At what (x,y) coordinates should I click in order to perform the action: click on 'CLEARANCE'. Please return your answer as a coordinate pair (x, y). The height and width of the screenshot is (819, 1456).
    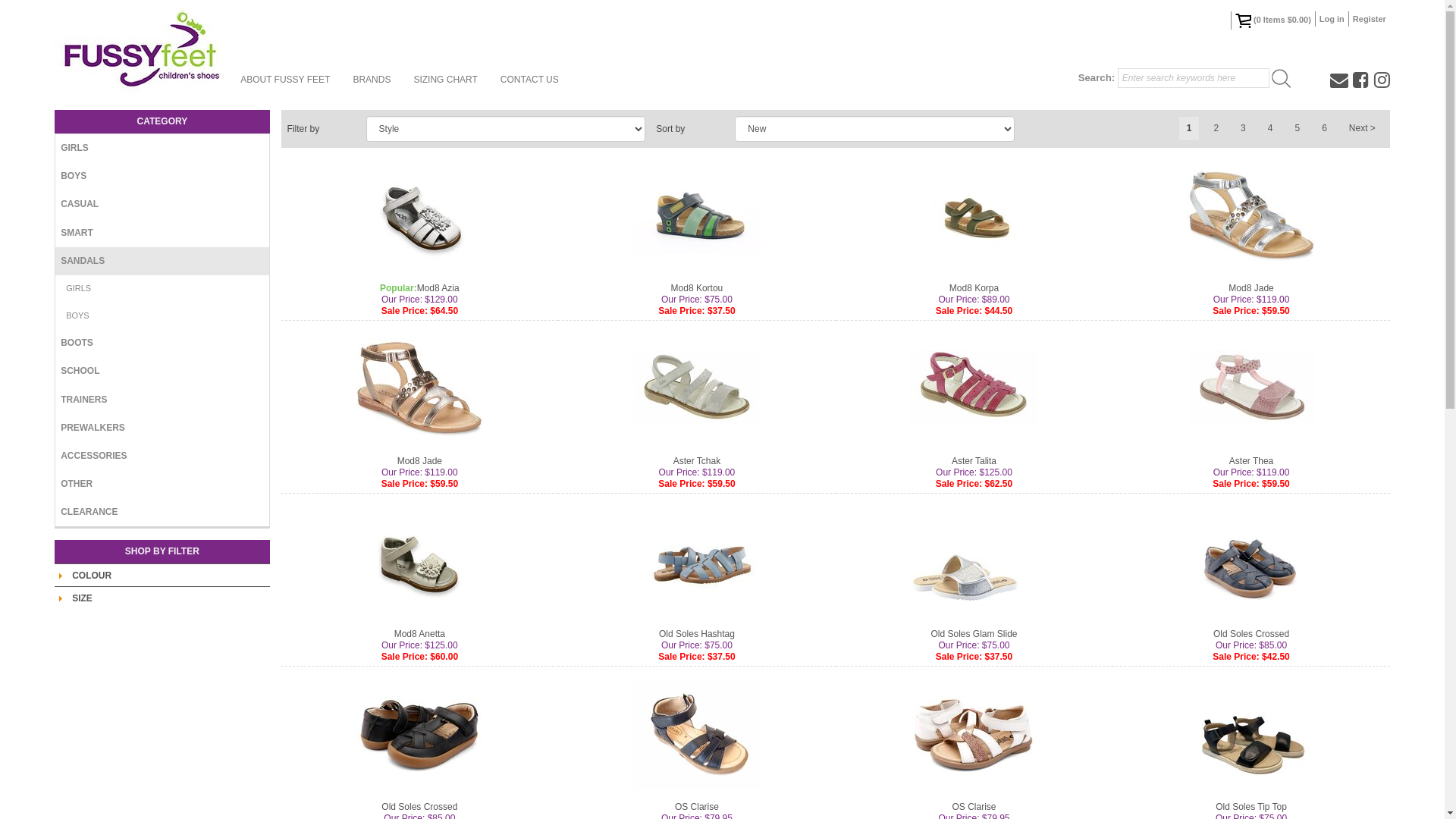
    Looking at the image, I should click on (162, 512).